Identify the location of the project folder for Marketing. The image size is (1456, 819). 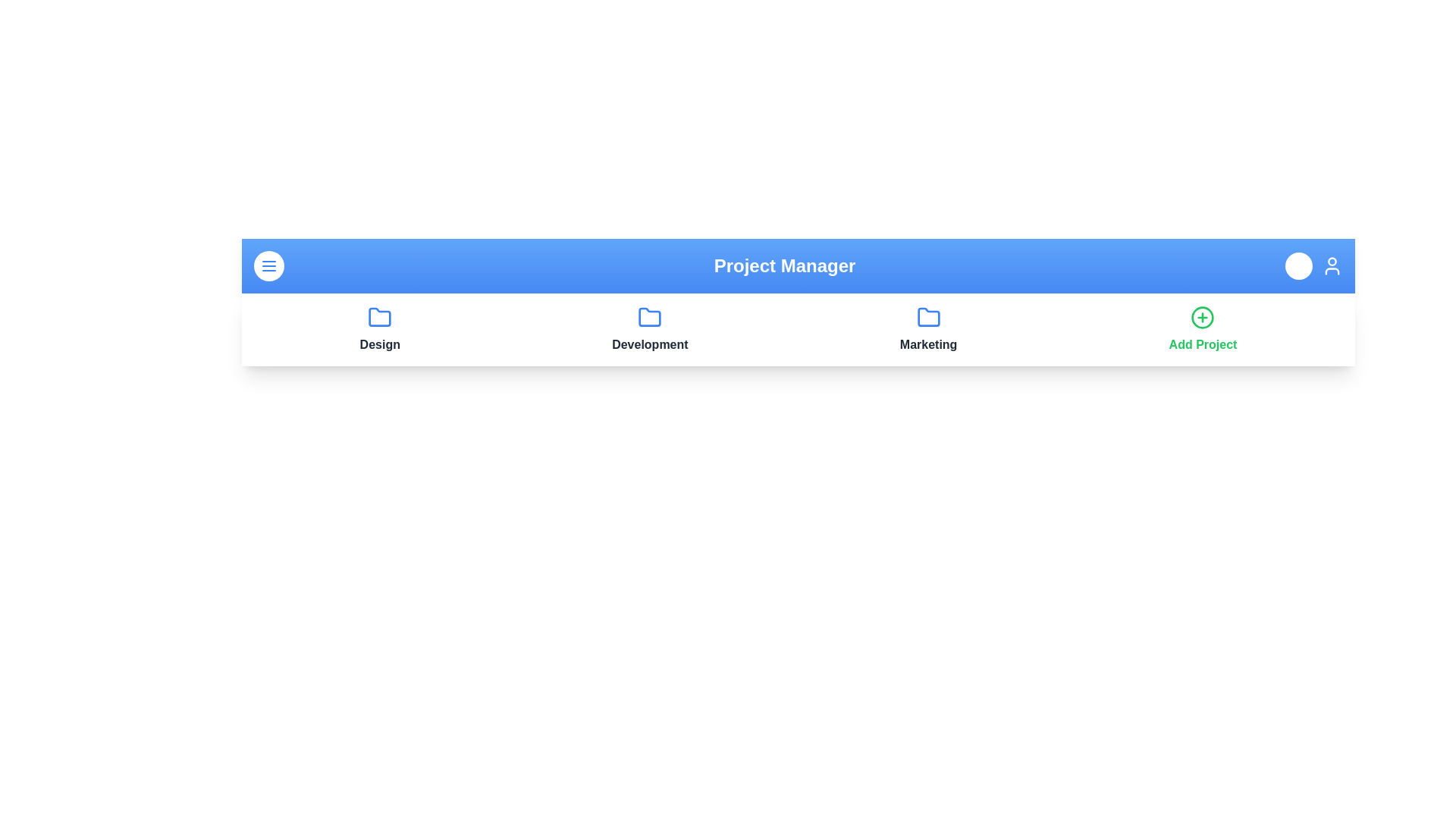
(927, 317).